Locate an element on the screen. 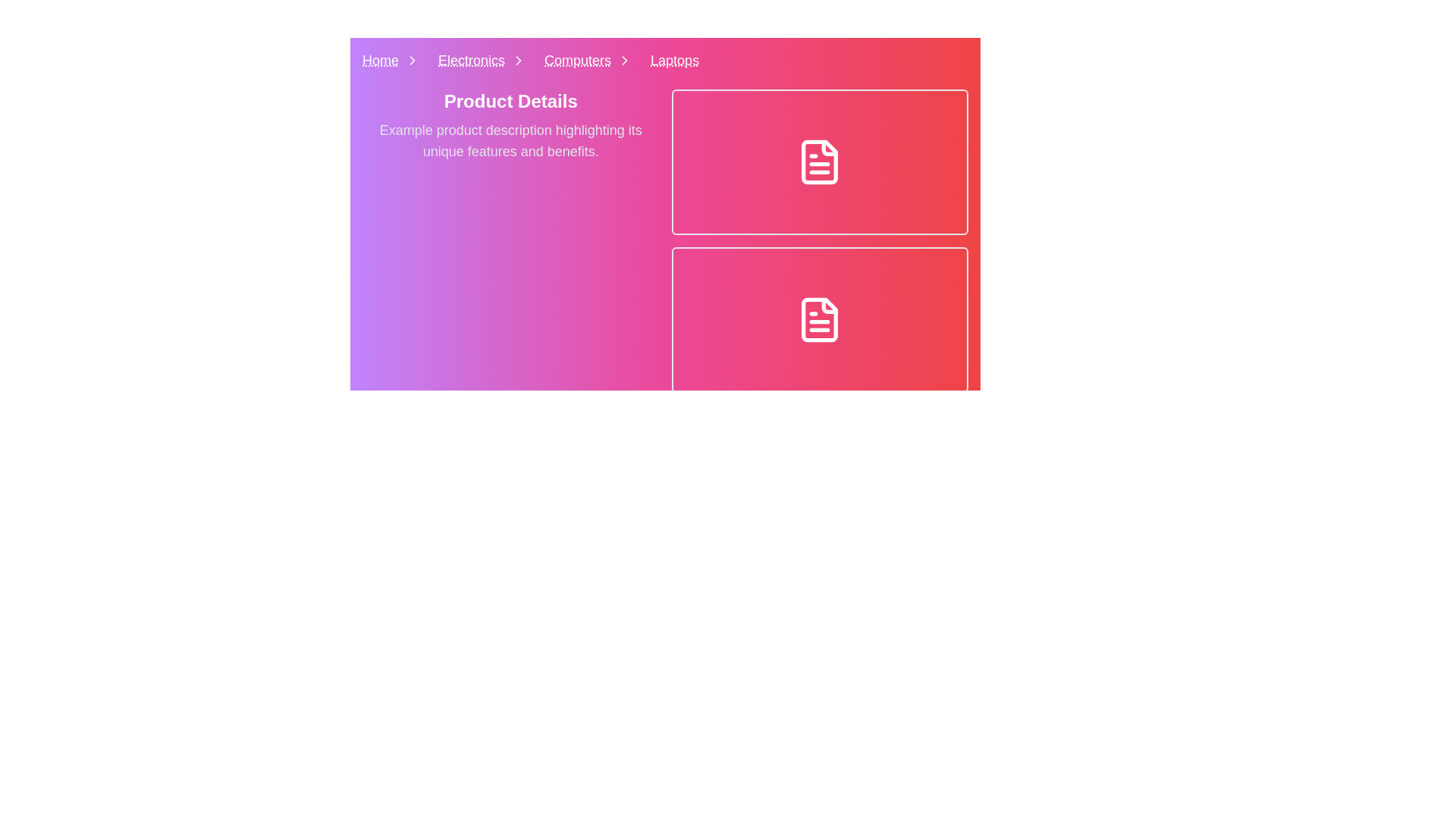 The width and height of the screenshot is (1456, 819). the fourth breadcrumb link labeled 'Laptops' in the navigation bar is located at coordinates (674, 60).